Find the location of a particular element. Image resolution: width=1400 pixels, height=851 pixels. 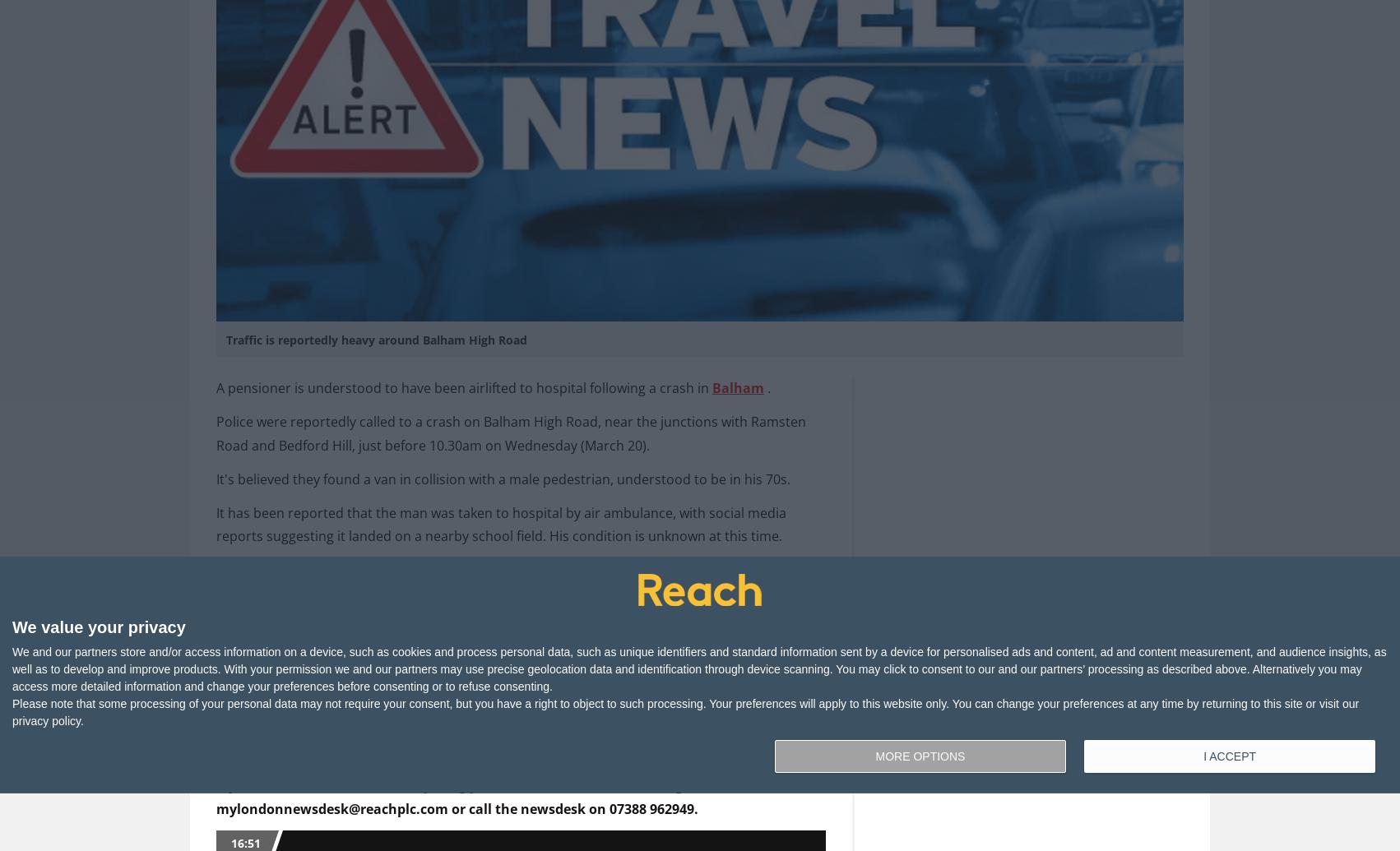

'The A24' is located at coordinates (242, 569).